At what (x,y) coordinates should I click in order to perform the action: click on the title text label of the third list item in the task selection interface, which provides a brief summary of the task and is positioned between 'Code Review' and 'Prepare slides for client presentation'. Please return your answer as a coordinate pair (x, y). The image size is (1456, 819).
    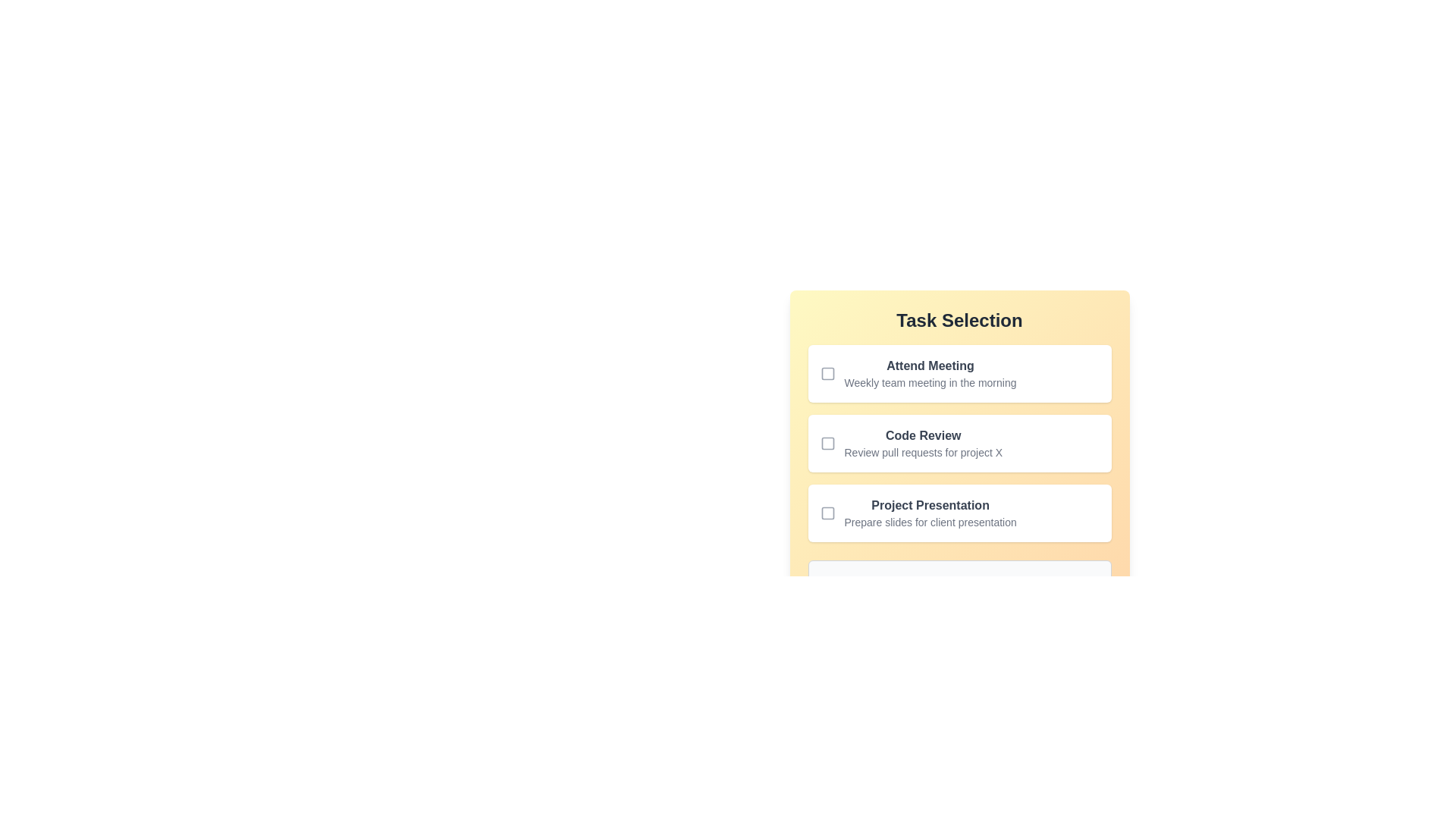
    Looking at the image, I should click on (930, 506).